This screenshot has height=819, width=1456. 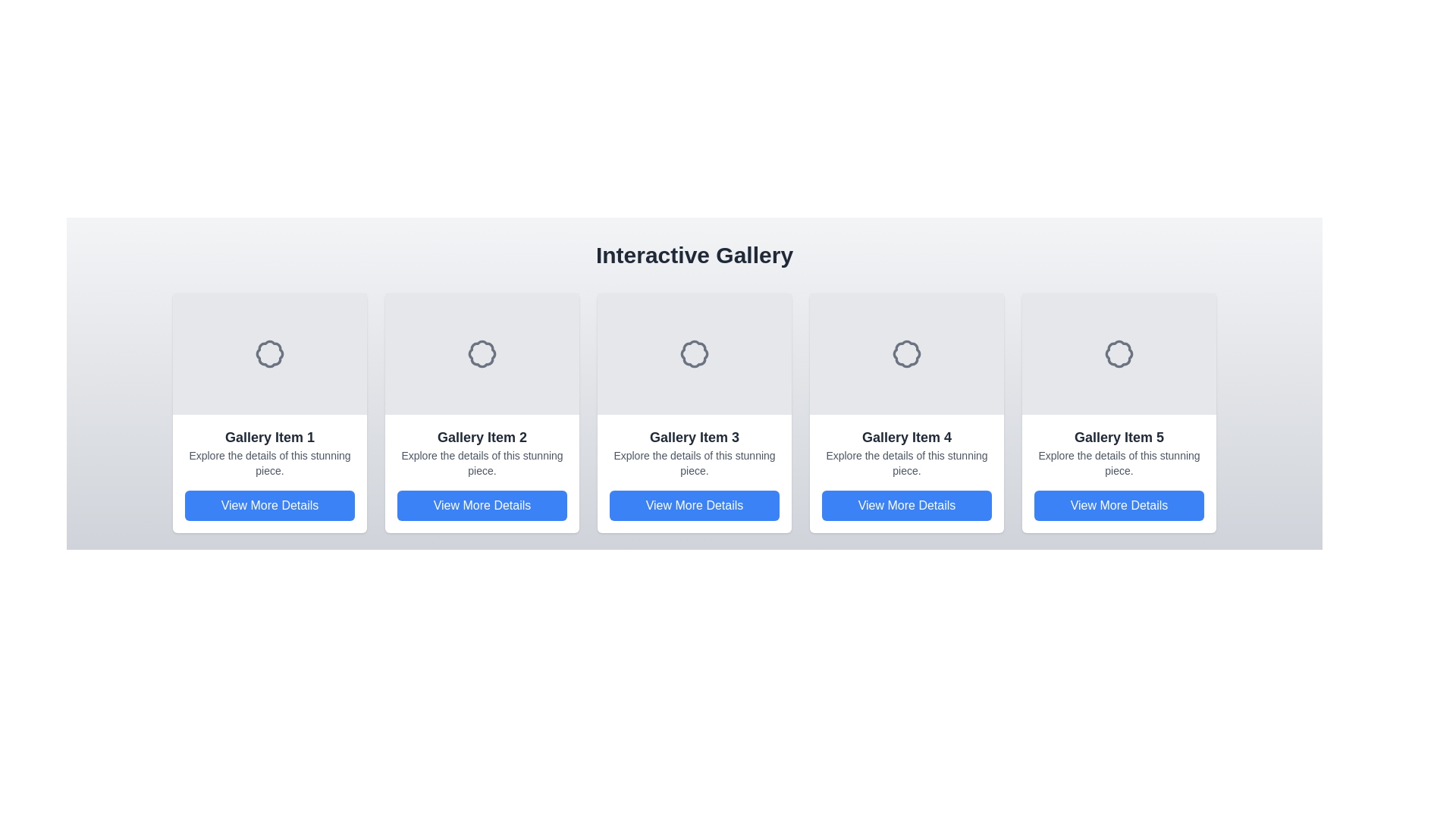 What do you see at coordinates (269, 472) in the screenshot?
I see `heading 'Gallery Item 1' and the description 'Explore the details of this stunning piece.' from the first card in the gallery row` at bounding box center [269, 472].